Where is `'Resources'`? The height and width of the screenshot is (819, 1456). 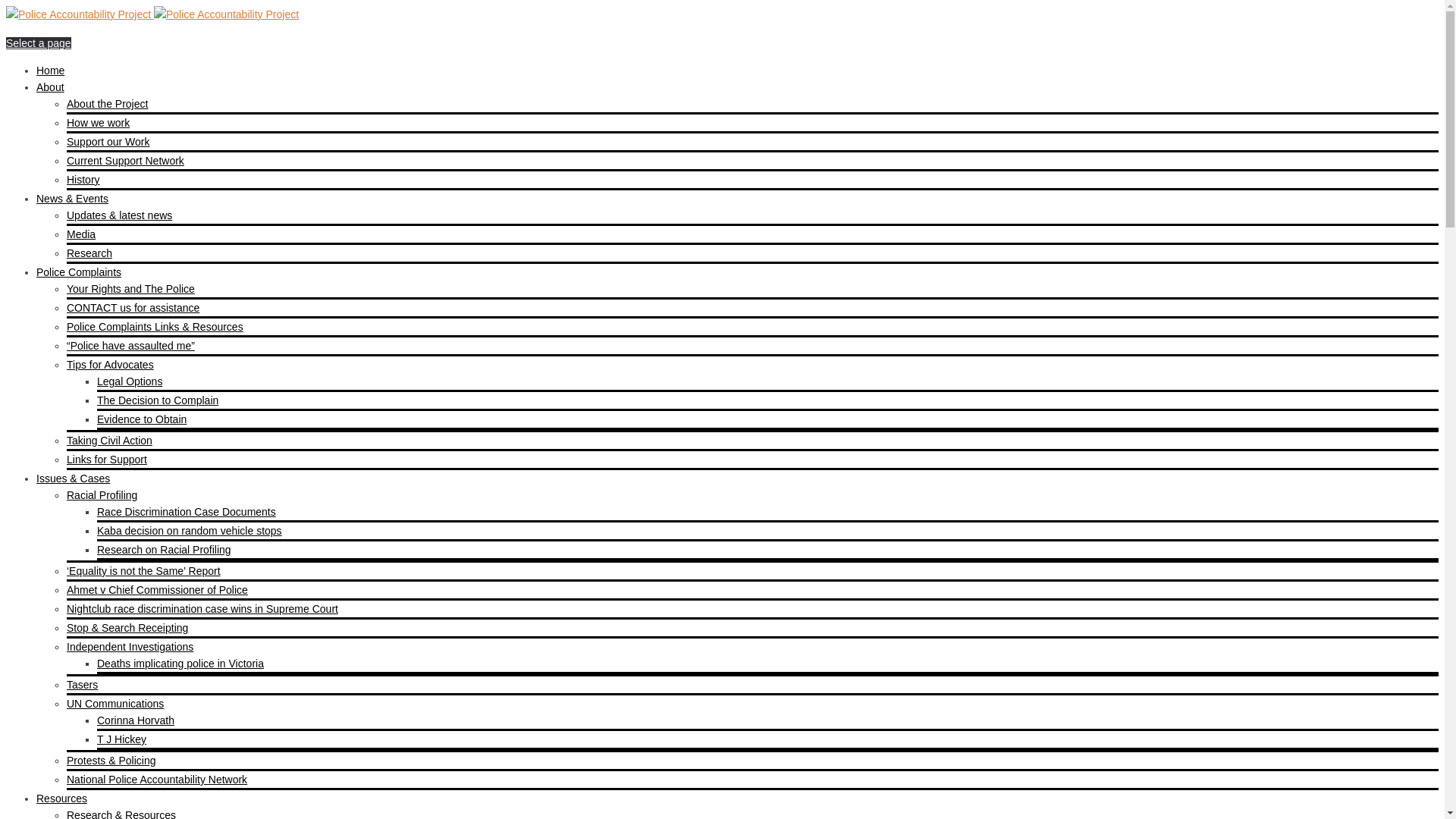
'Resources' is located at coordinates (36, 798).